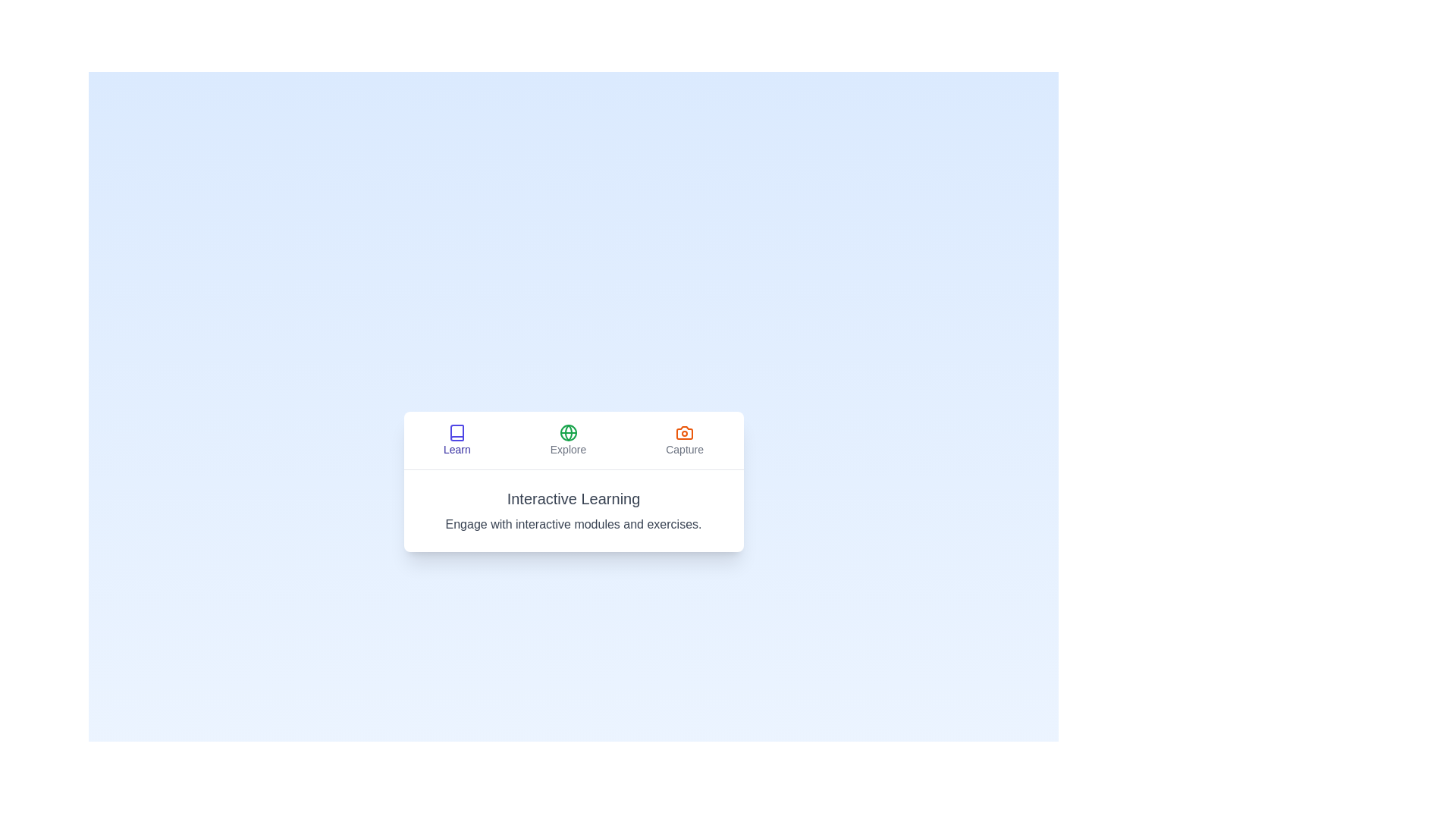 This screenshot has width=1456, height=819. Describe the element at coordinates (567, 440) in the screenshot. I see `the tab labeled Explore` at that location.